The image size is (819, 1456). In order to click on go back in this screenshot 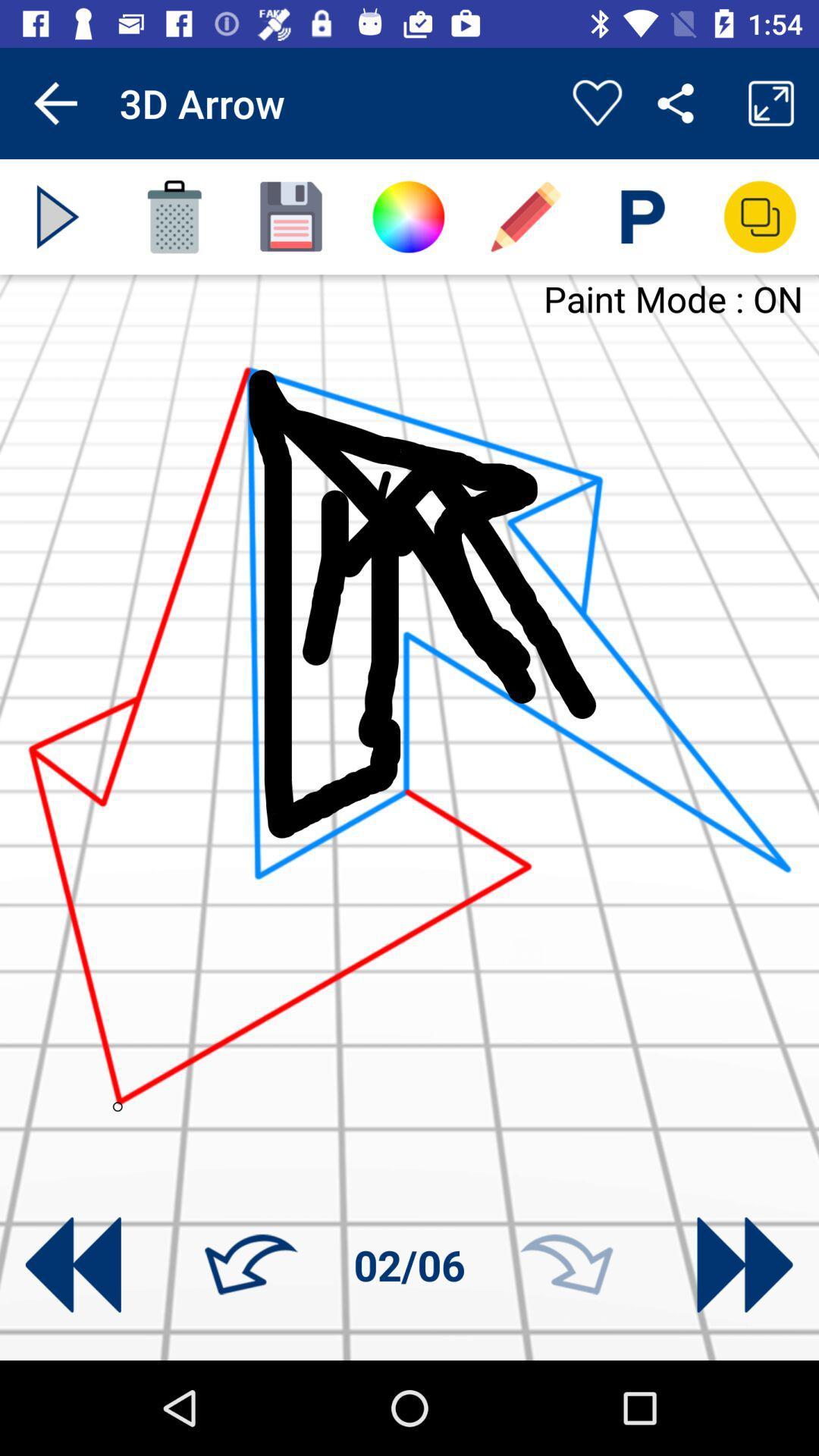, I will do `click(250, 1265)`.